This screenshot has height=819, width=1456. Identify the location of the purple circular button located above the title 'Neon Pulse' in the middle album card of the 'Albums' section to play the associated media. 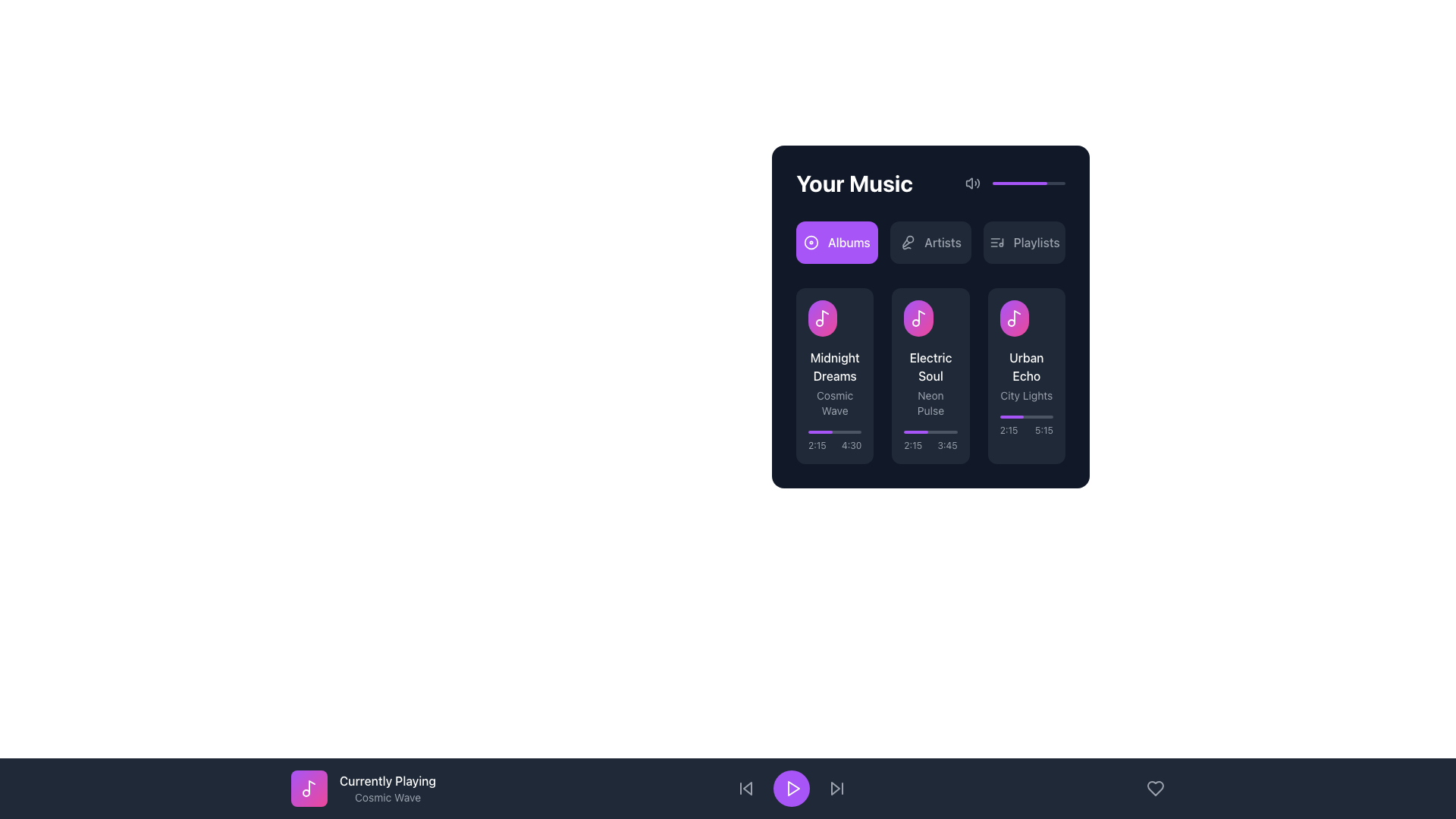
(946, 318).